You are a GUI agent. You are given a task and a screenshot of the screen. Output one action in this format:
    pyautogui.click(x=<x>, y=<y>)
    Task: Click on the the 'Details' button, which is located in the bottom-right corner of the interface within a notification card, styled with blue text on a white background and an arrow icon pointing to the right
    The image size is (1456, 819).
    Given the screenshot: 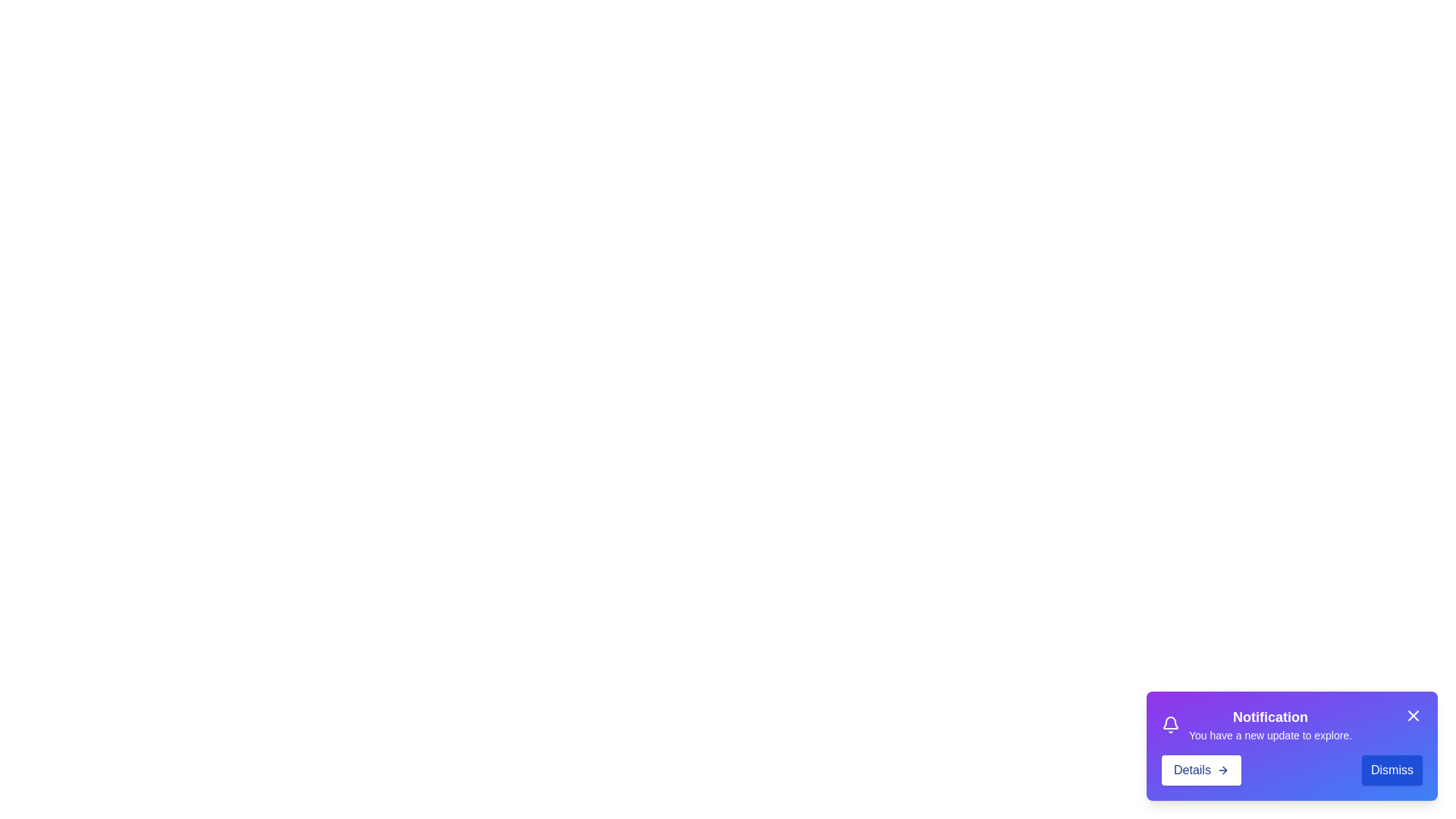 What is the action you would take?
    pyautogui.click(x=1200, y=770)
    